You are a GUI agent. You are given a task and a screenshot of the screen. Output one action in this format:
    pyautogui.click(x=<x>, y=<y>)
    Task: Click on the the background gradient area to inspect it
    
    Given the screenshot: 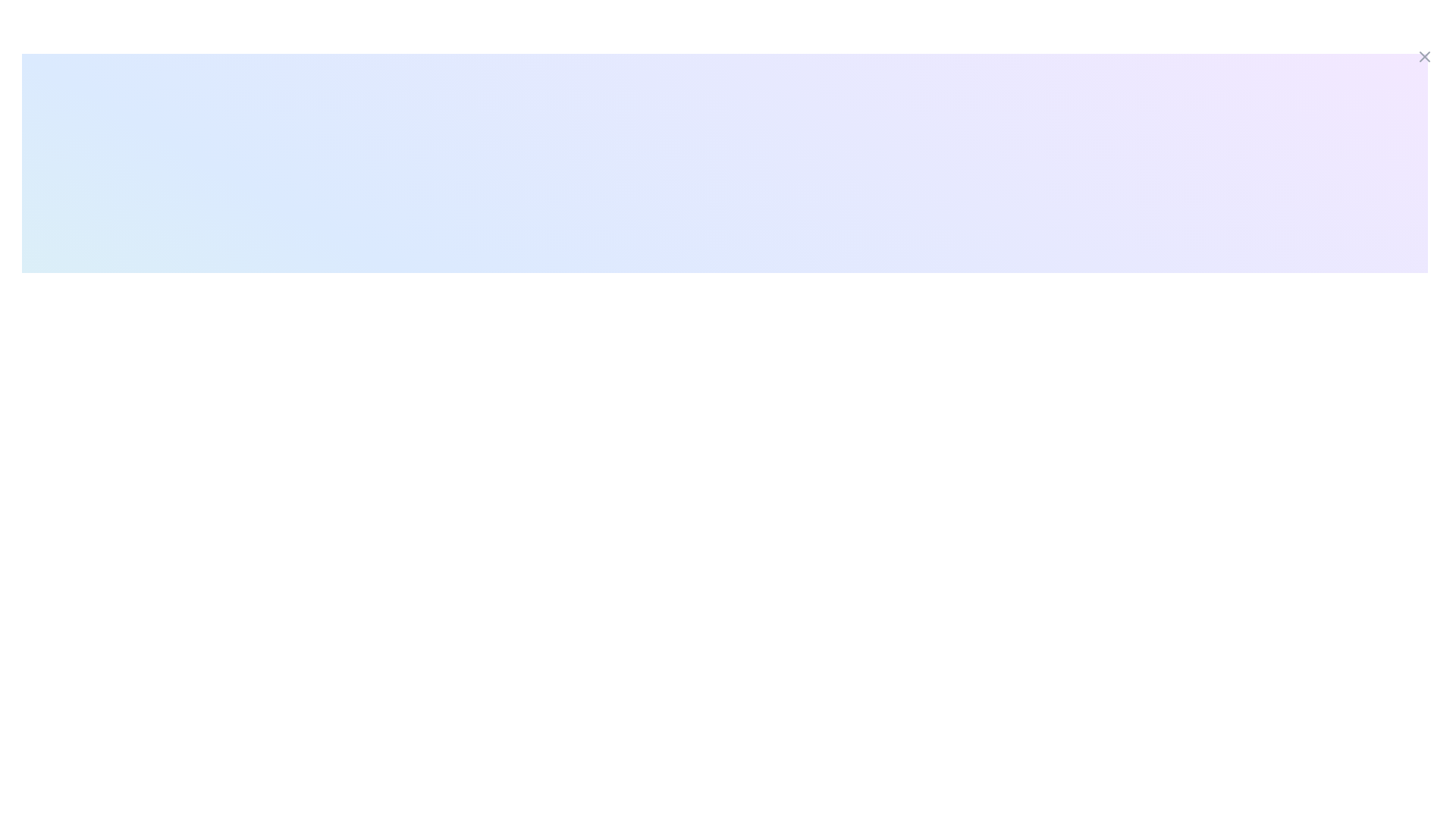 What is the action you would take?
    pyautogui.click(x=723, y=462)
    